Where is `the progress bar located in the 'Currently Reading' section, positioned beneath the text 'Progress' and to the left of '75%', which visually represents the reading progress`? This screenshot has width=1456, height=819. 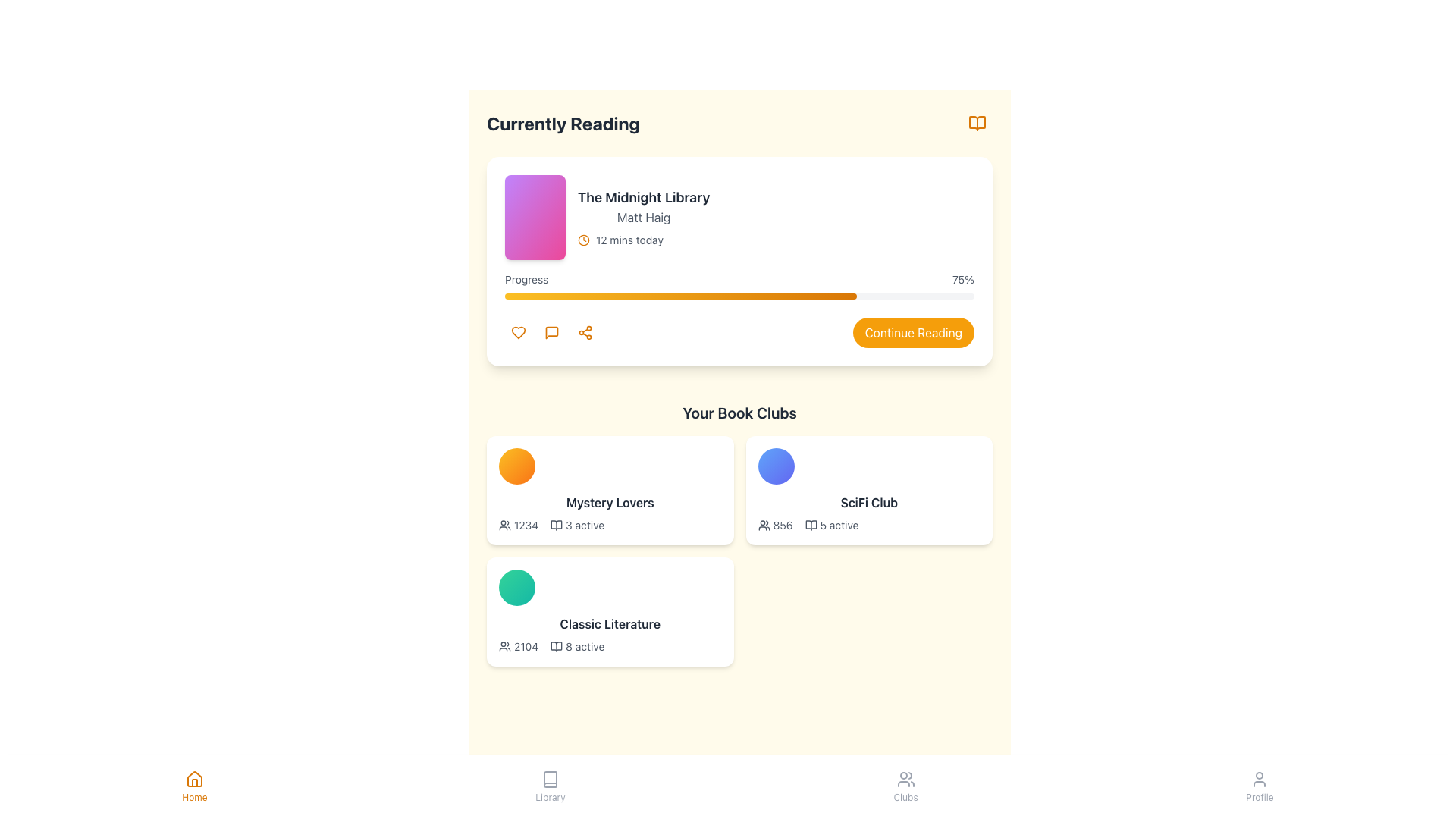 the progress bar located in the 'Currently Reading' section, positioned beneath the text 'Progress' and to the left of '75%', which visually represents the reading progress is located at coordinates (739, 296).